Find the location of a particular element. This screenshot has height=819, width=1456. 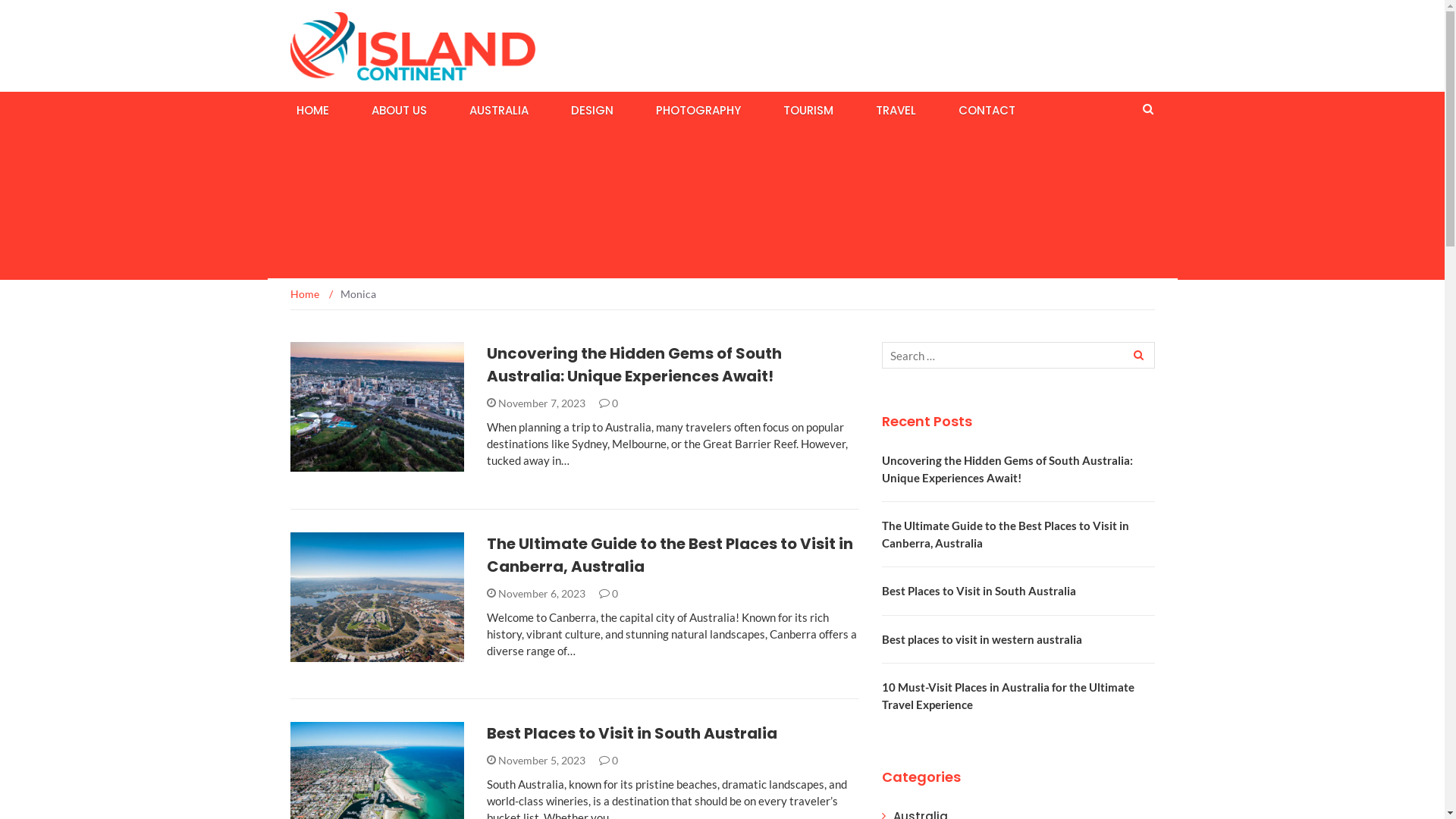

'AUSTRALIA' is located at coordinates (498, 108).